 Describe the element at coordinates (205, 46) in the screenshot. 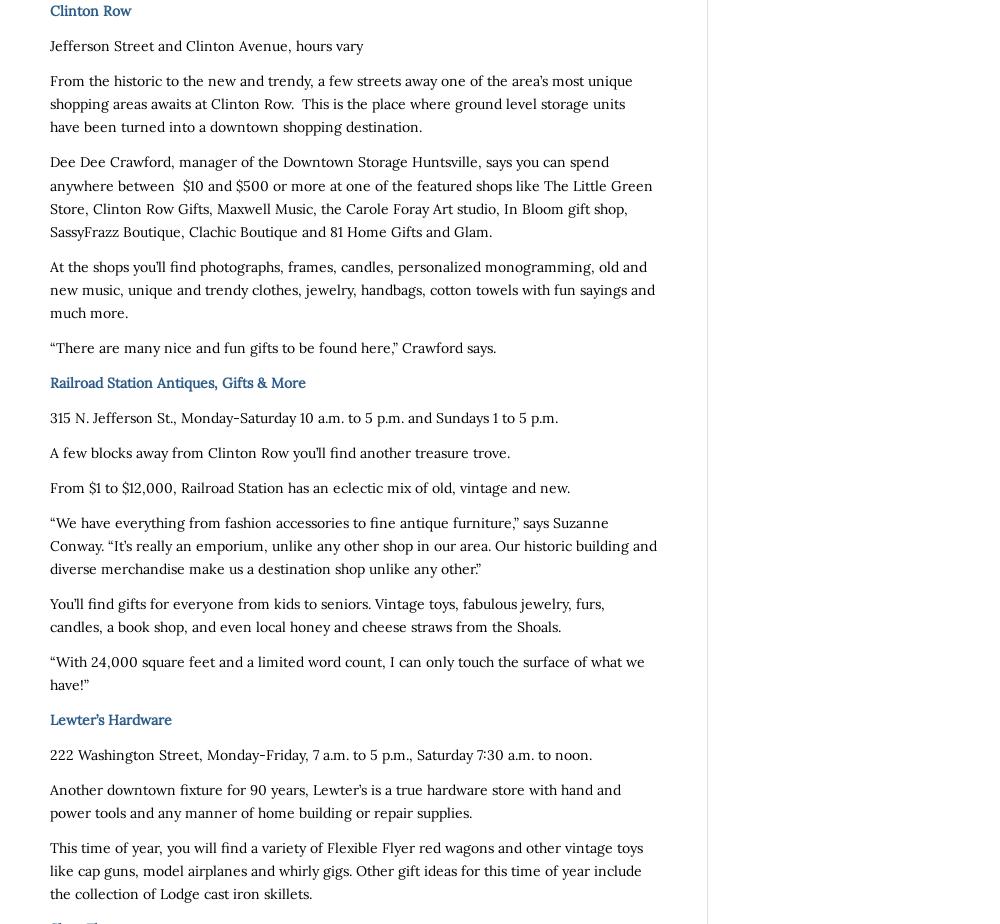

I see `'Jefferson Street and Clinton Avenue, hours vary'` at that location.